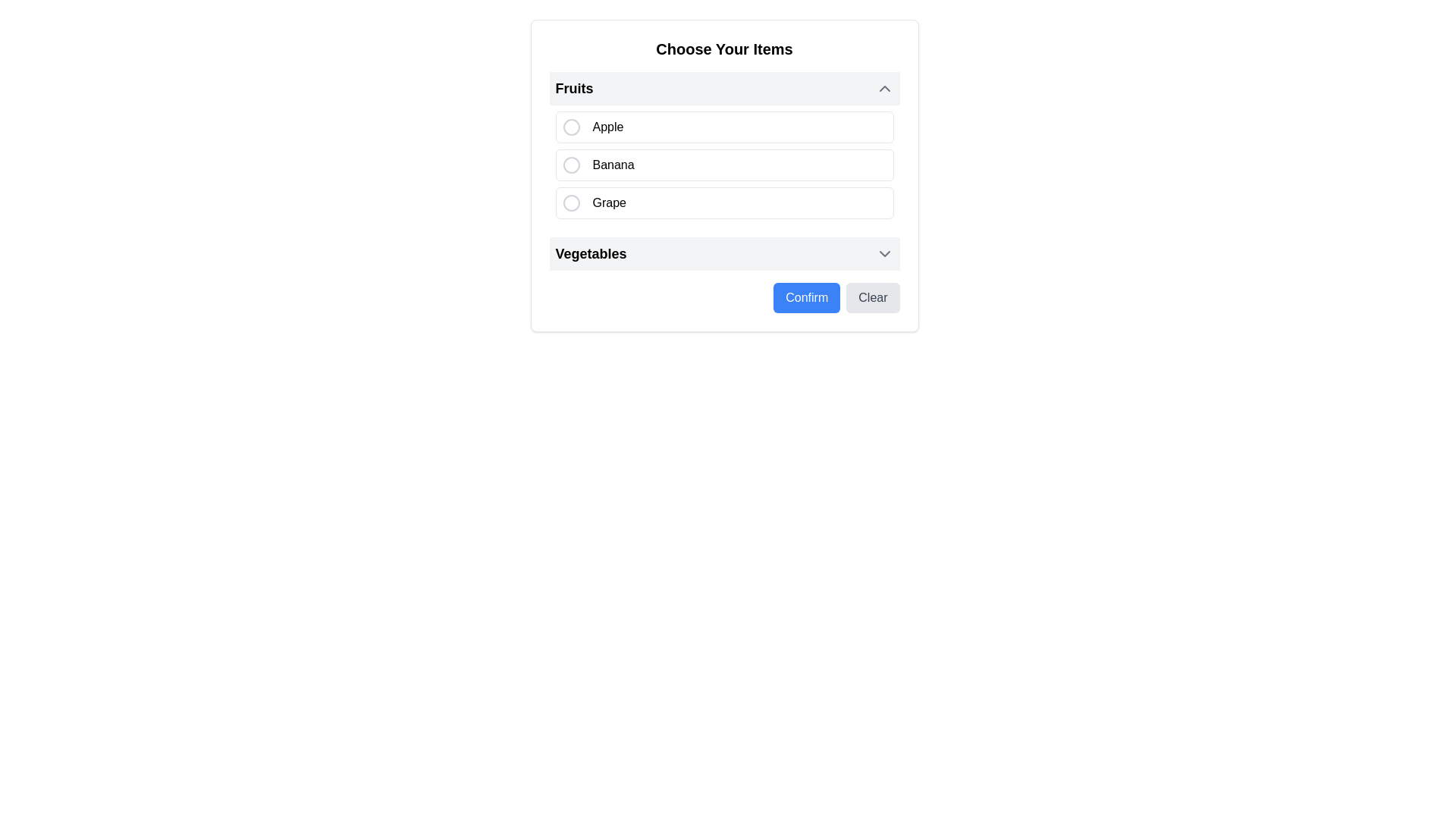 This screenshot has width=1456, height=819. What do you see at coordinates (806, 298) in the screenshot?
I see `the confirmation button located at the bottom-right section of the UI panel, which is positioned to the left of the 'Clear' button, to finalize the selection or action` at bounding box center [806, 298].